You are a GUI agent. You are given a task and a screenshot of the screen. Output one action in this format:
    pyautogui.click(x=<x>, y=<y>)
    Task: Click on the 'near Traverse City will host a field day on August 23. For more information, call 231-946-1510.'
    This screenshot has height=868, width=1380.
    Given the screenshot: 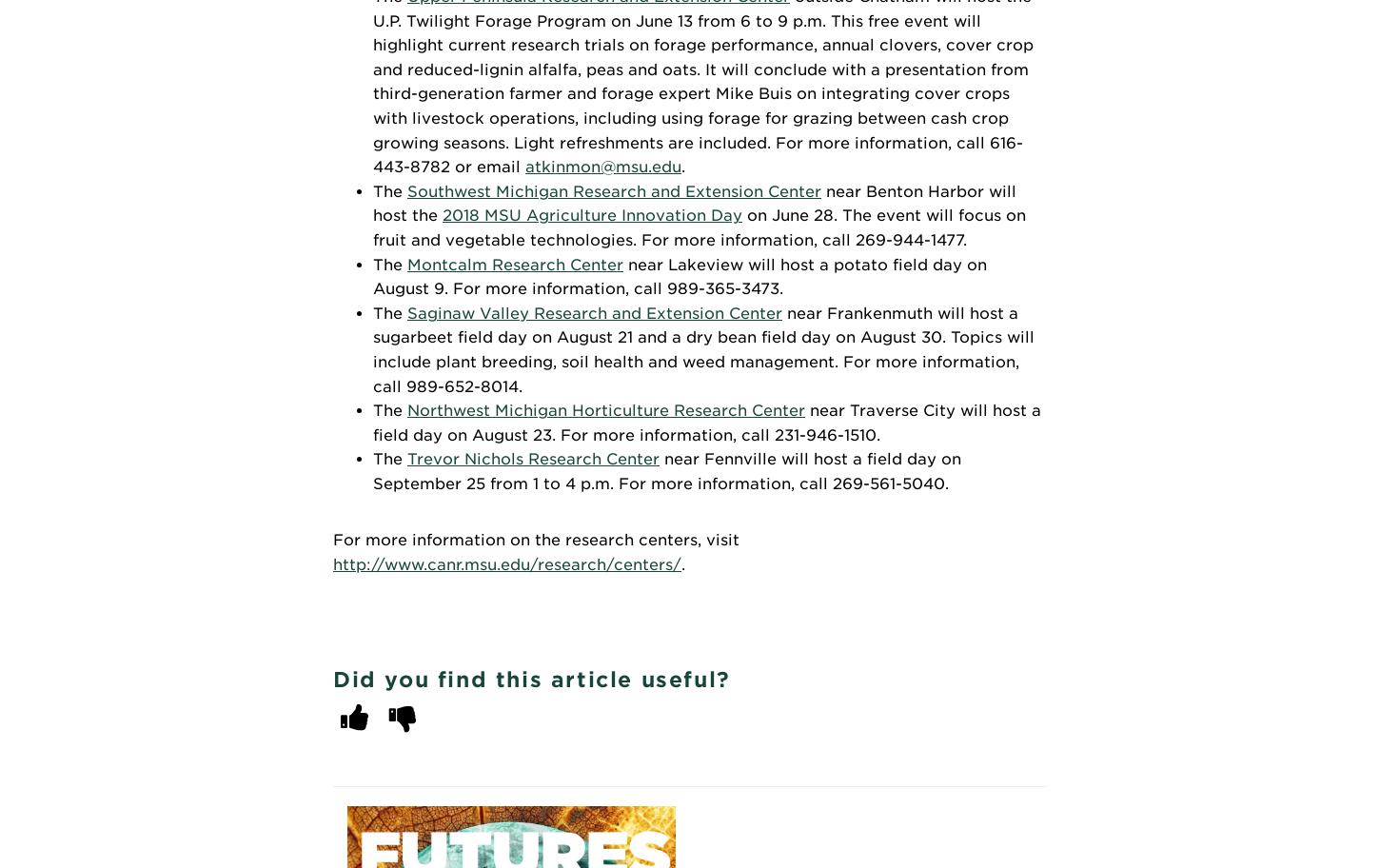 What is the action you would take?
    pyautogui.click(x=706, y=421)
    